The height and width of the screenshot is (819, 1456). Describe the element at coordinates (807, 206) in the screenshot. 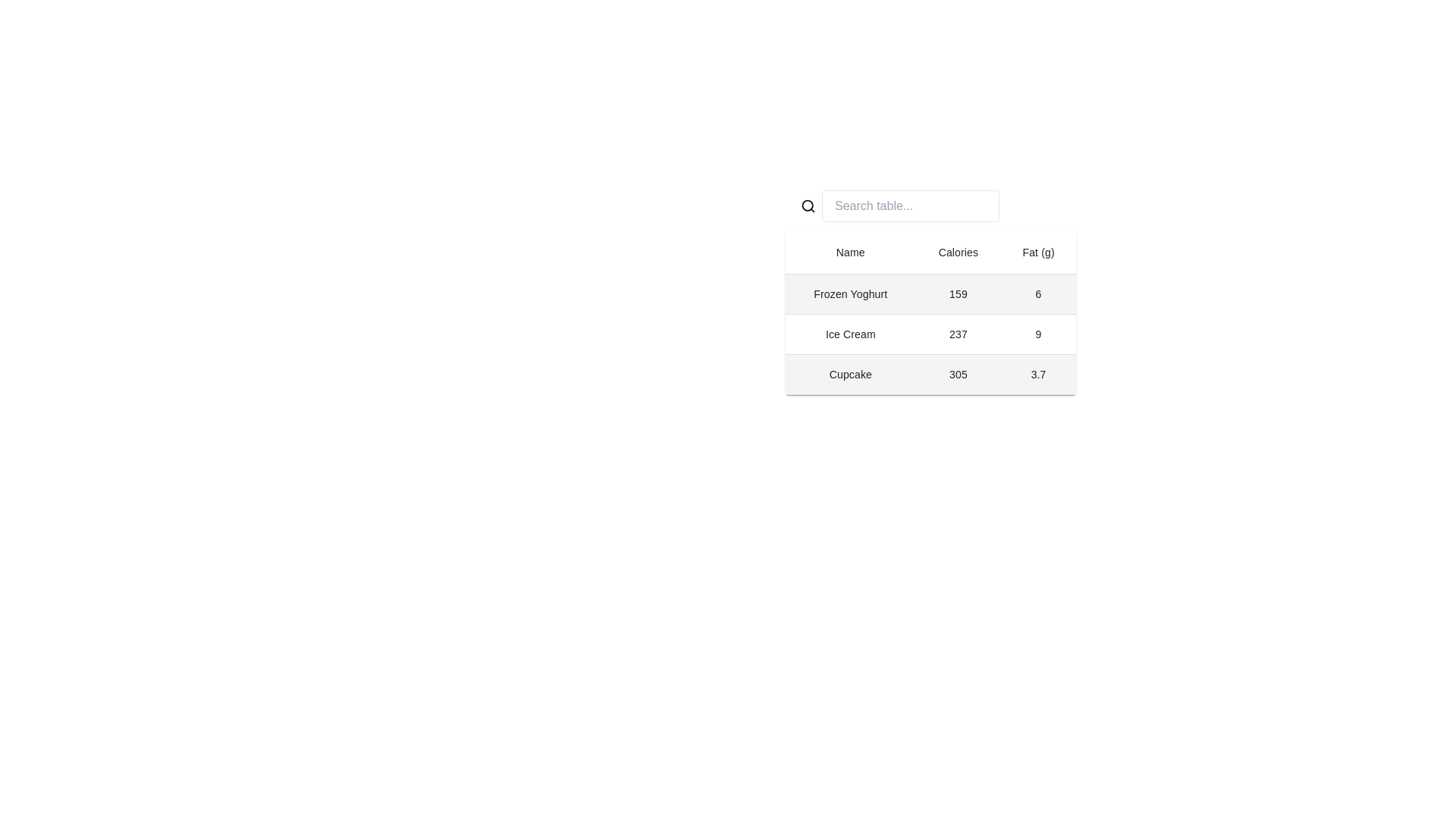

I see `the search icon, which is a small magnifying glass icon positioned to the left of the search input box with the placeholder 'Search table...'` at that location.